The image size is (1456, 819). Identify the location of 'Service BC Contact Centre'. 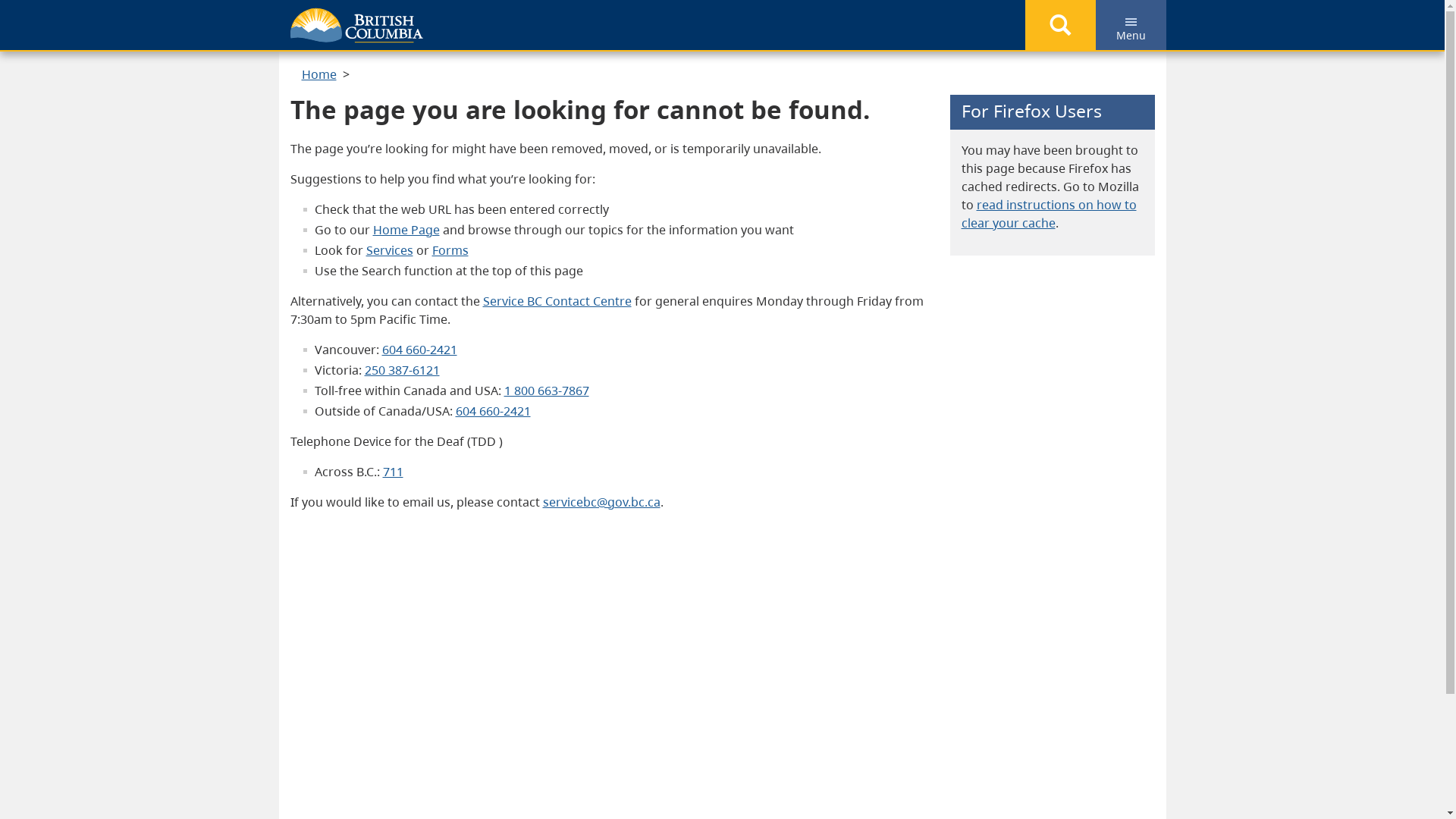
(481, 301).